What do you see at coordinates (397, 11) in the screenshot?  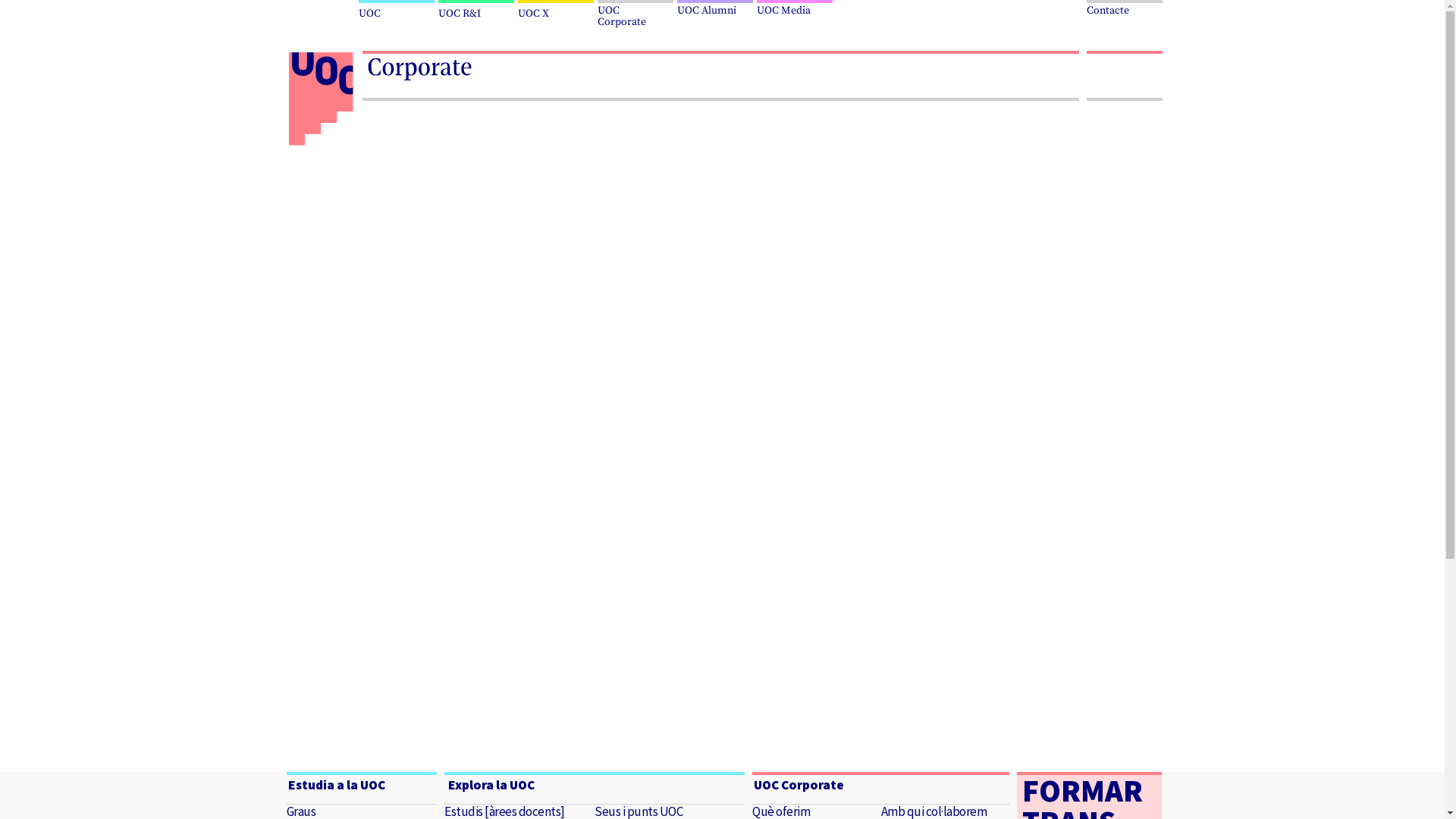 I see `'UOC'` at bounding box center [397, 11].